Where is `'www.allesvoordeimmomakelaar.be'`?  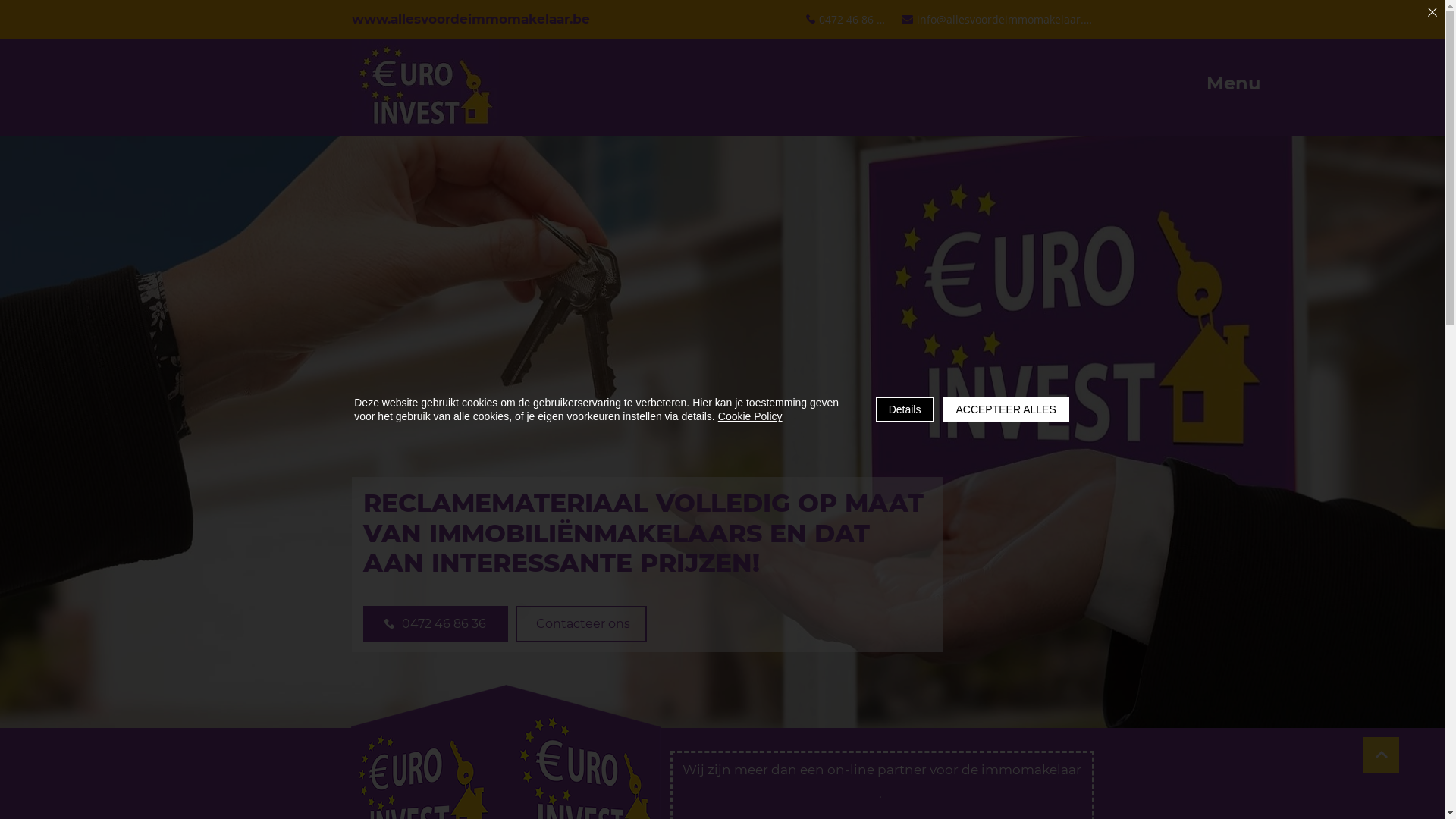
'www.allesvoordeimmomakelaar.be' is located at coordinates (469, 18).